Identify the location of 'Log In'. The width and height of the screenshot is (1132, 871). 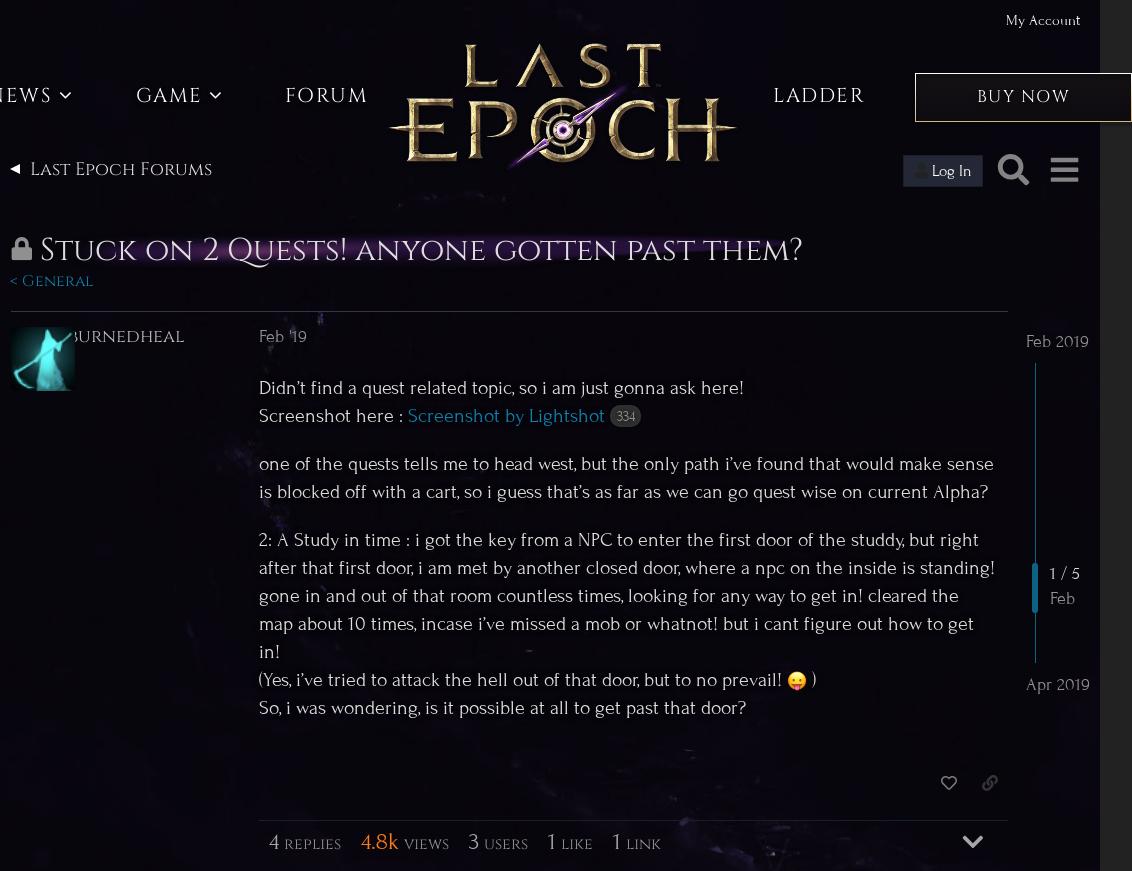
(951, 170).